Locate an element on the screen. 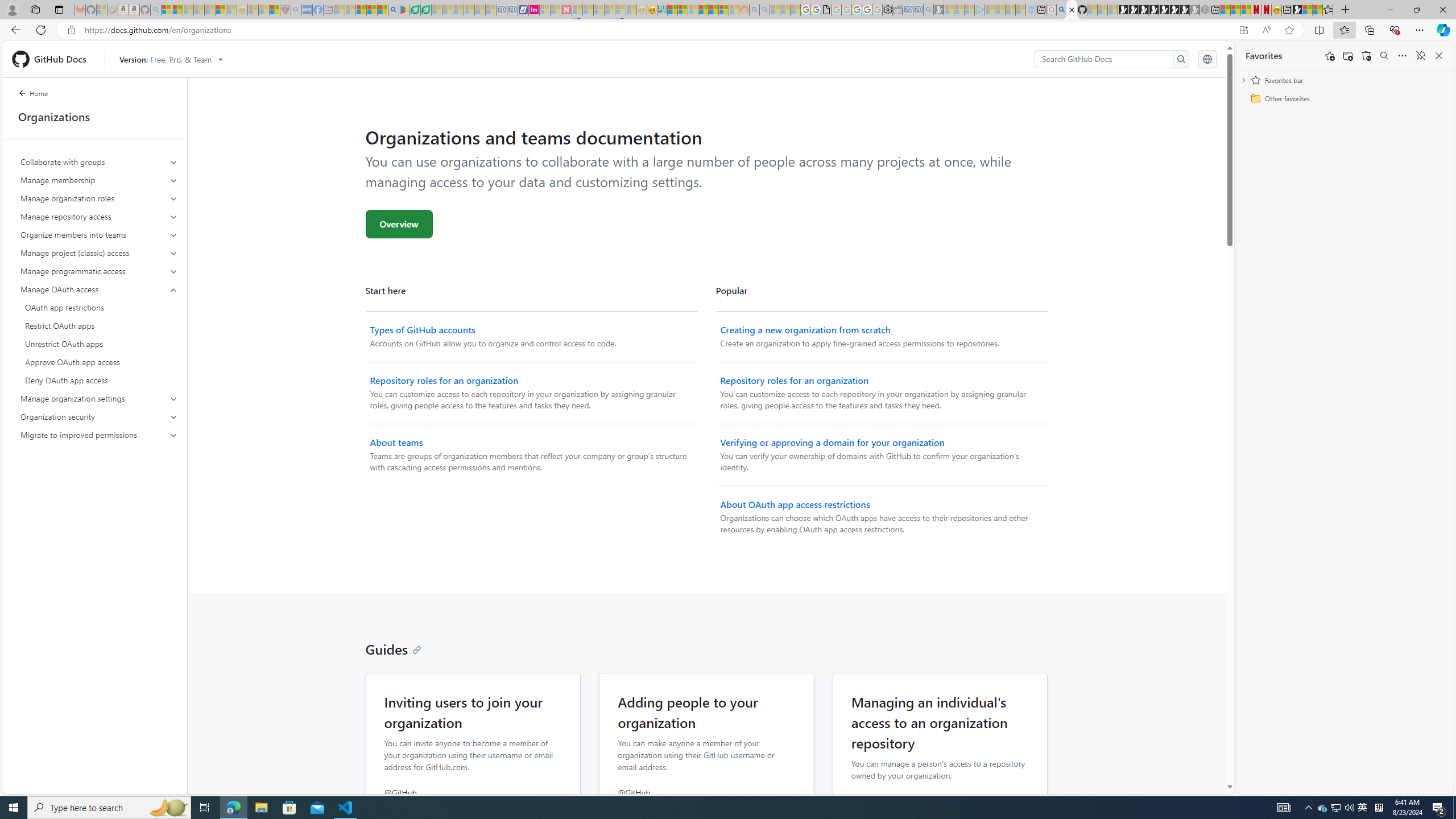 The image size is (1456, 819). 'Organizations' is located at coordinates (94, 116).